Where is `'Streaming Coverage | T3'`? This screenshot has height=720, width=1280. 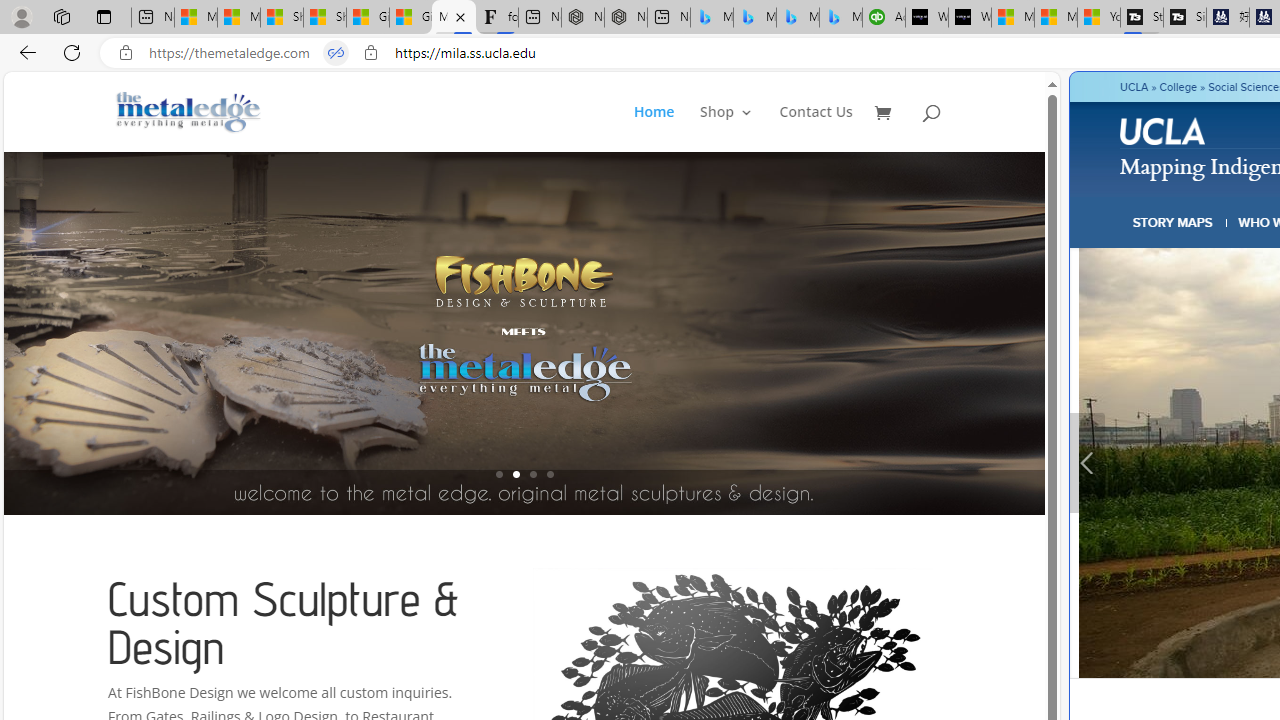 'Streaming Coverage | T3' is located at coordinates (1142, 17).